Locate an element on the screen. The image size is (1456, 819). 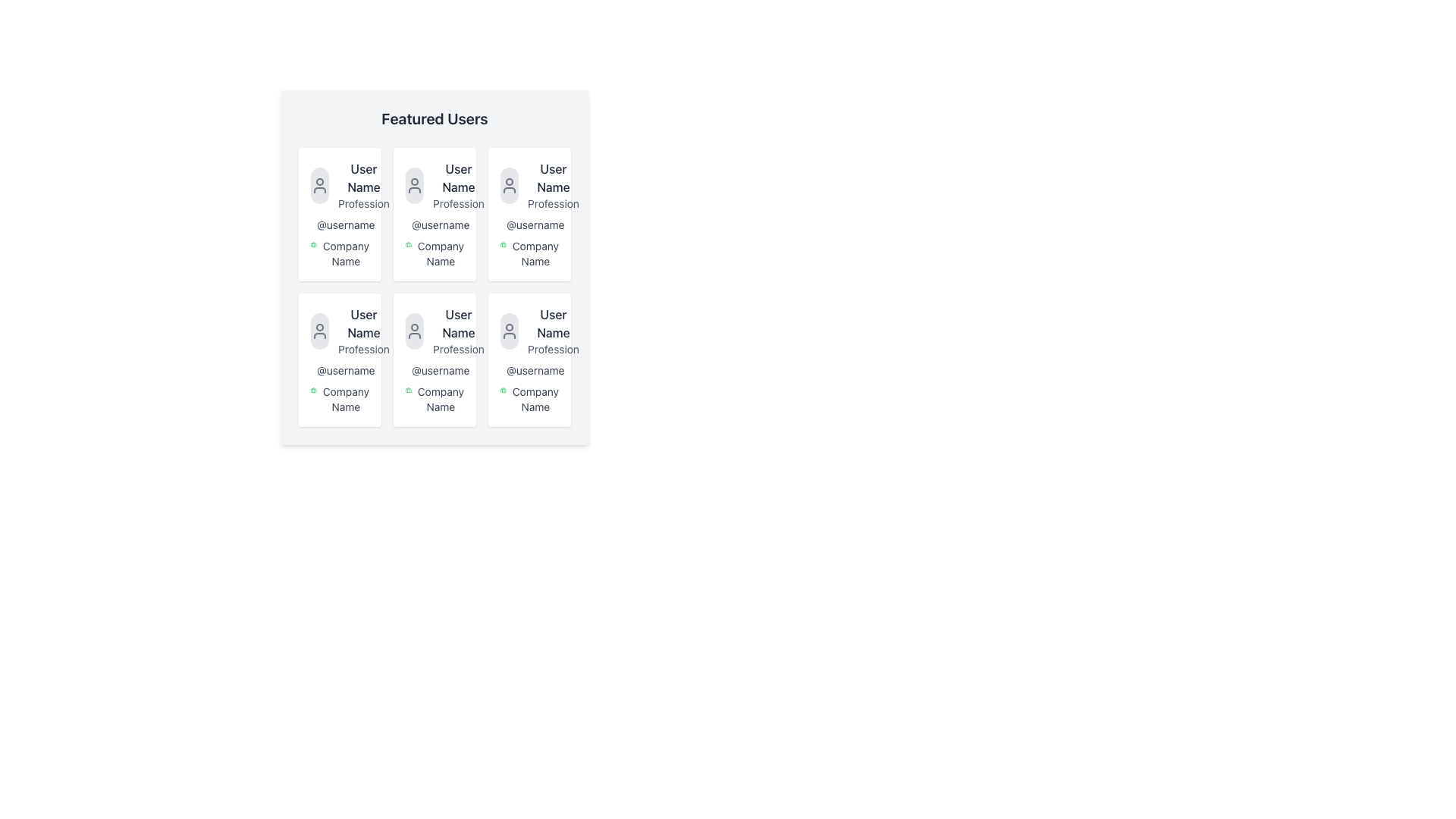
the Profile Card located in the second column of the first row under the 'Featured Users' section is located at coordinates (434, 214).